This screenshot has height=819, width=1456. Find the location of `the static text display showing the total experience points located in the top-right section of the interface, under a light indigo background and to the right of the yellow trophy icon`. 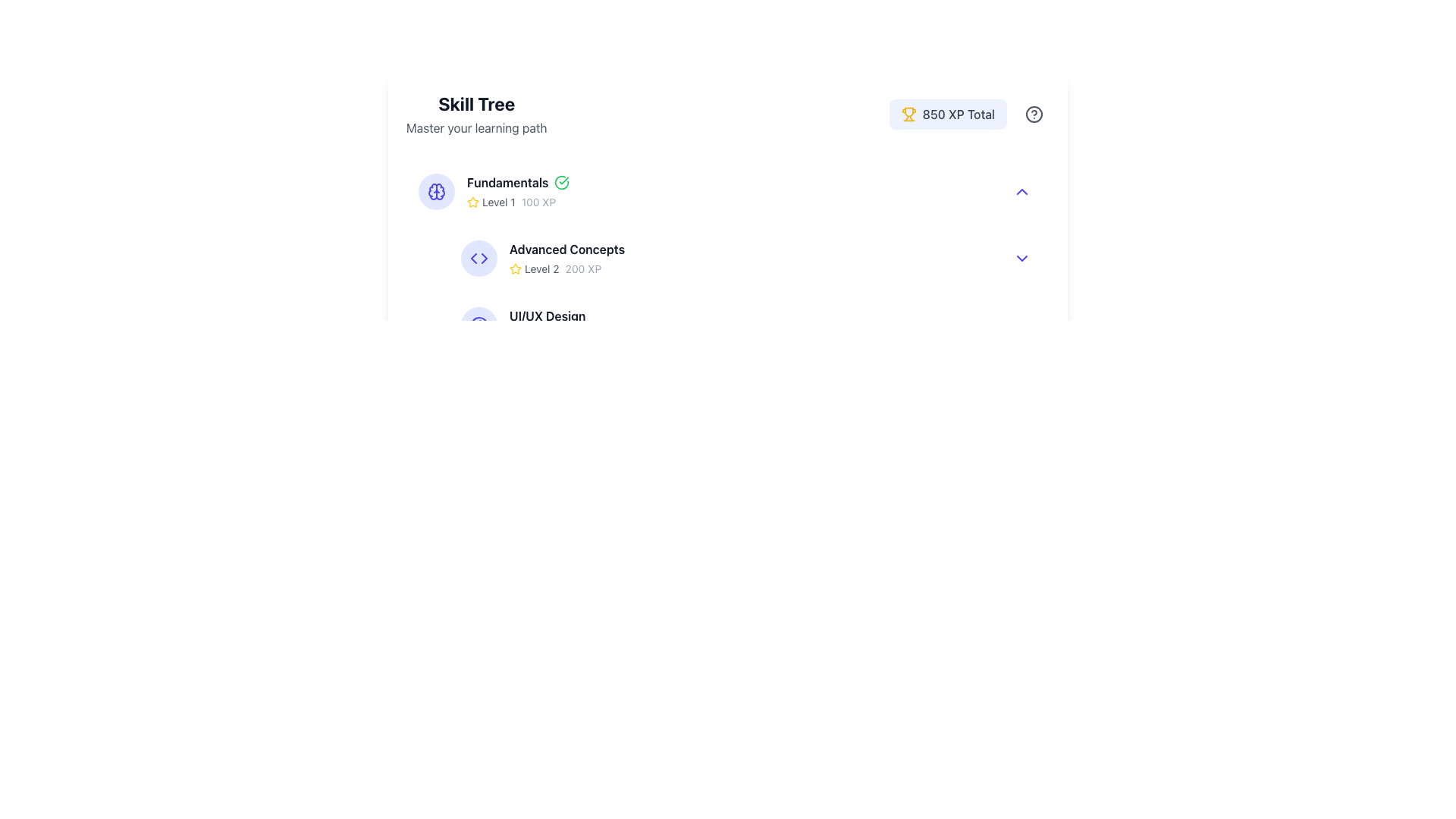

the static text display showing the total experience points located in the top-right section of the interface, under a light indigo background and to the right of the yellow trophy icon is located at coordinates (958, 113).